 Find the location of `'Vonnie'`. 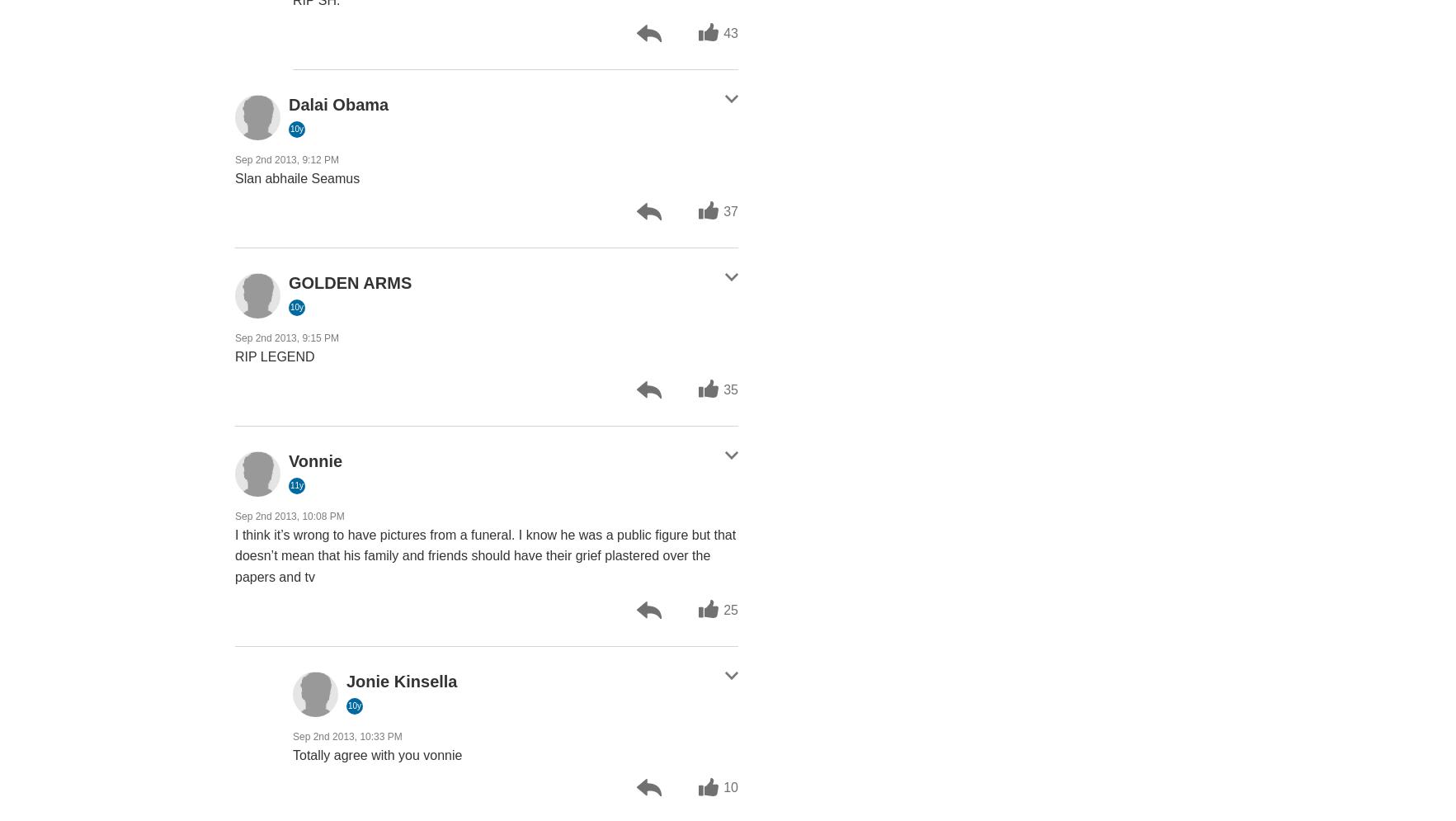

'Vonnie' is located at coordinates (287, 460).